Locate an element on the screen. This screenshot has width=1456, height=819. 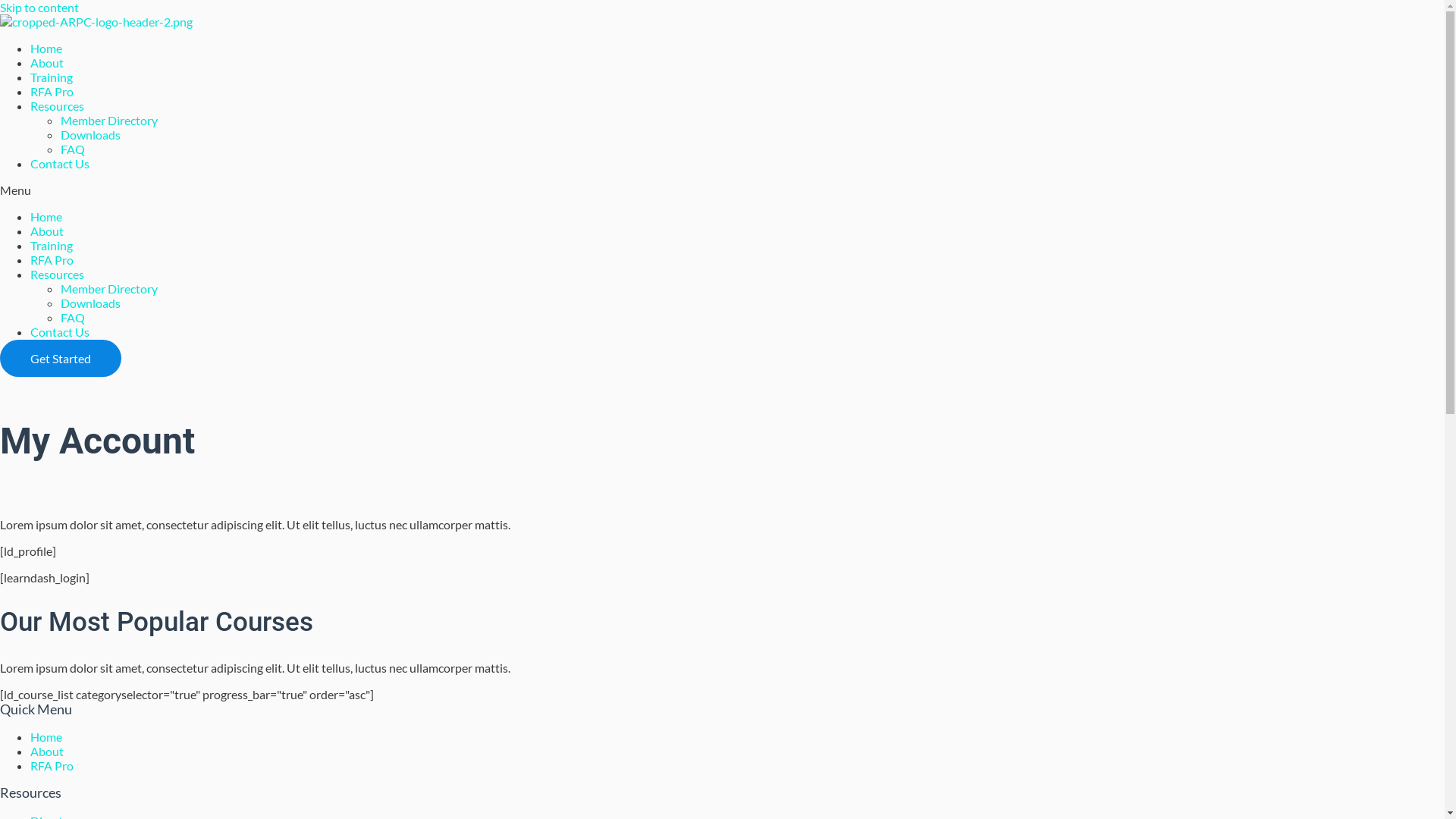
'Home' is located at coordinates (30, 216).